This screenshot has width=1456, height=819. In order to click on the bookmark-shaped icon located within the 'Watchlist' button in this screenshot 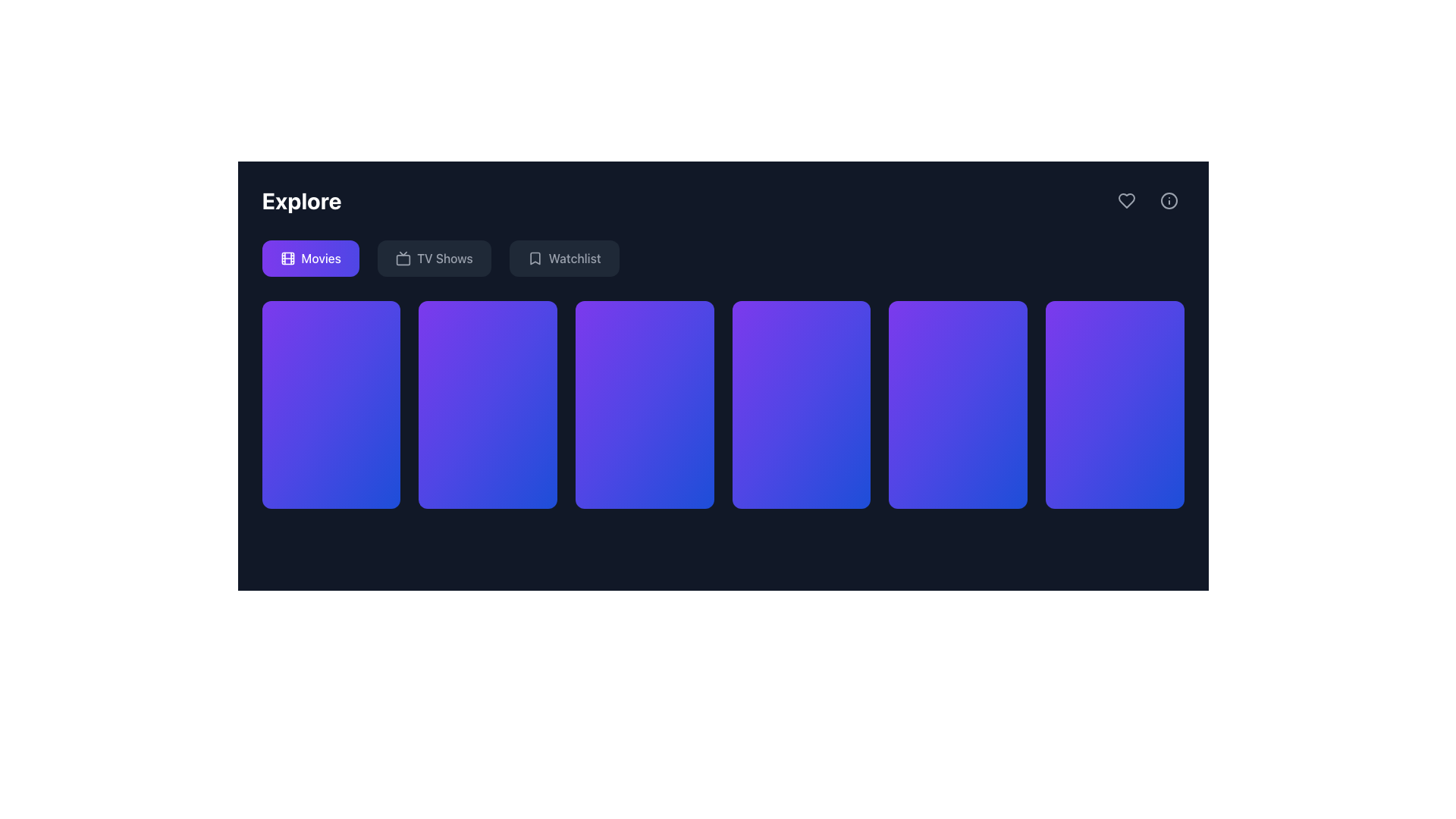, I will do `click(535, 257)`.